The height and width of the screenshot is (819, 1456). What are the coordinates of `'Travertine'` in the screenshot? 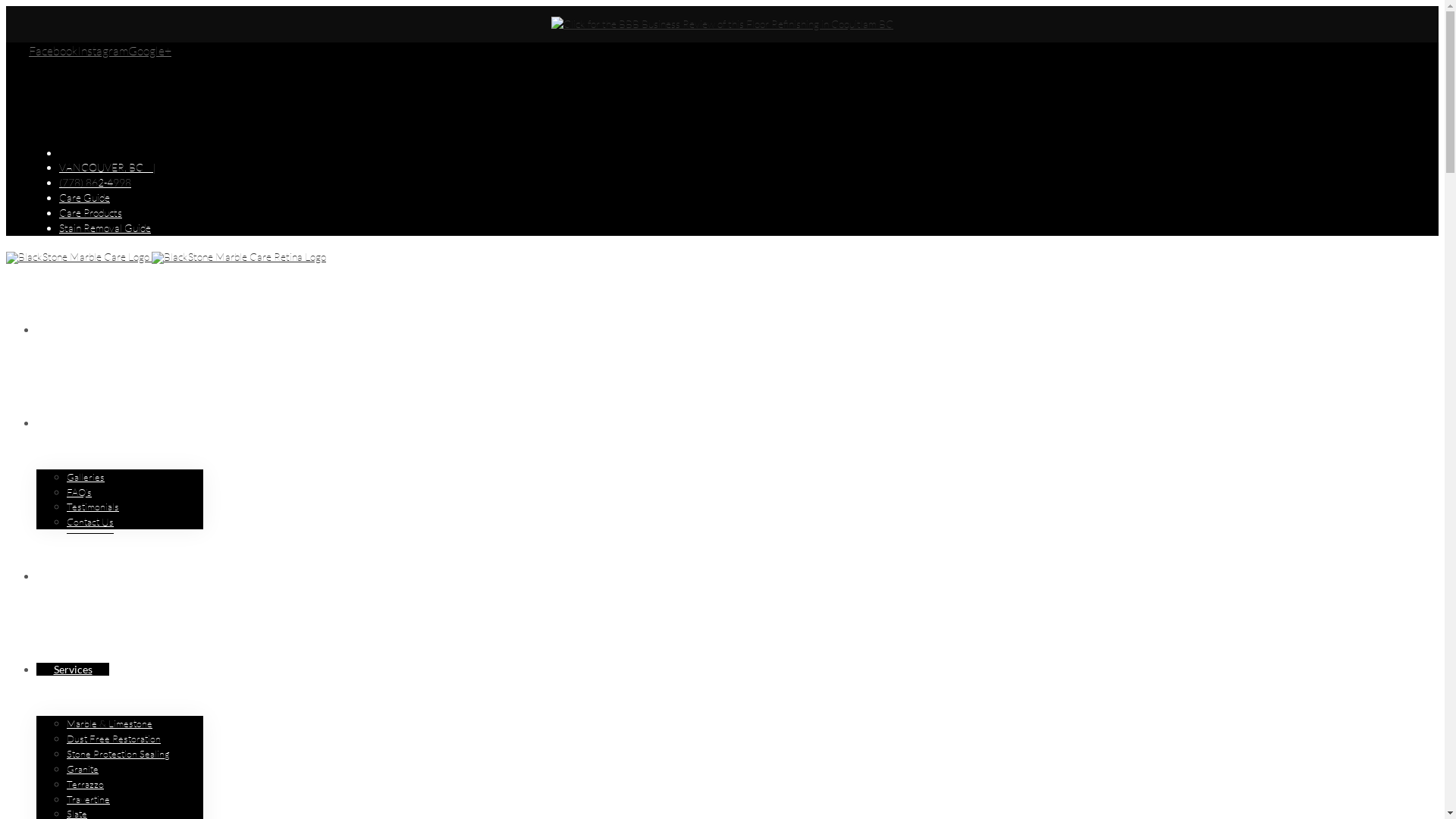 It's located at (87, 799).